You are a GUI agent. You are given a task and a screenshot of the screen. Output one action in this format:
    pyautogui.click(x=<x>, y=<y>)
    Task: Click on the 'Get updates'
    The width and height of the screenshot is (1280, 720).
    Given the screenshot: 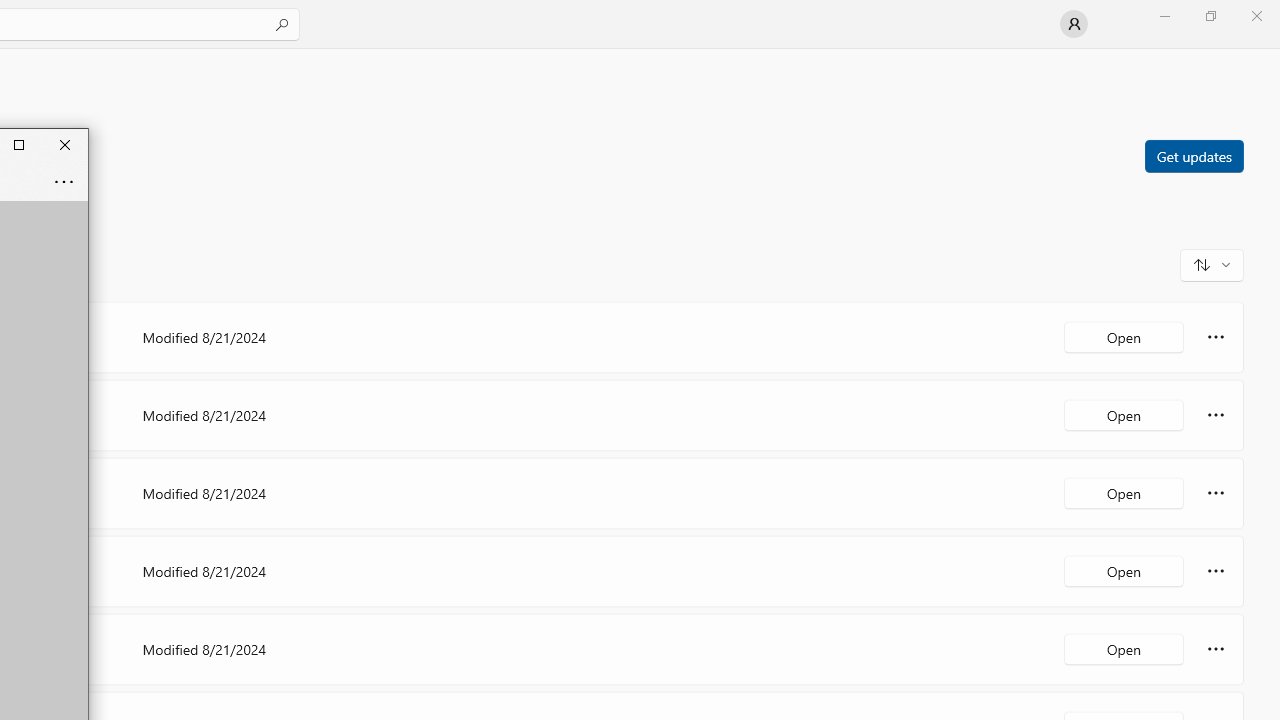 What is the action you would take?
    pyautogui.click(x=1193, y=154)
    